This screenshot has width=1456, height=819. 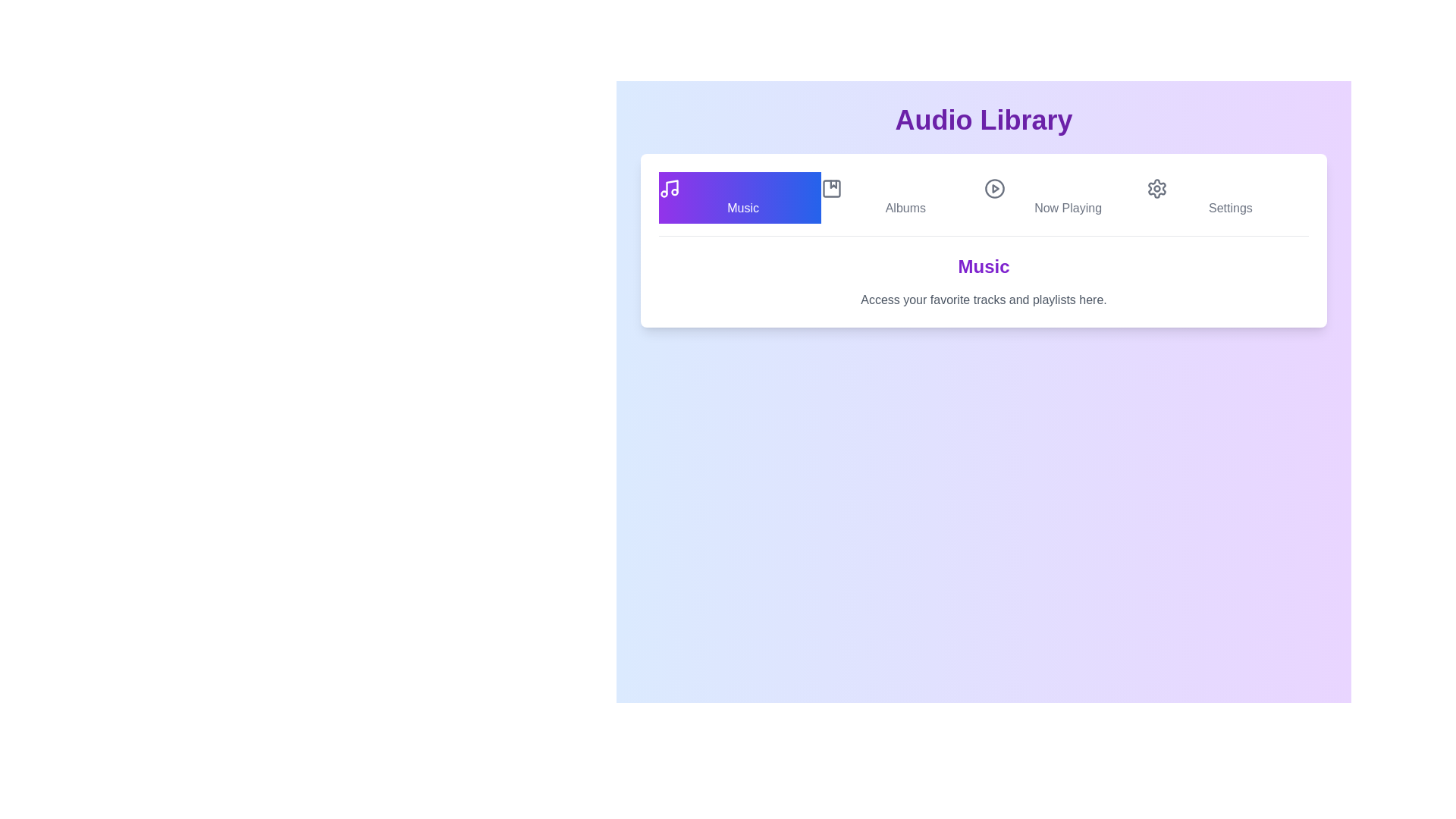 I want to click on the static text label that presents the message 'Access your favorite tracks and playlists here.' which is located below the 'Music' header in a visually styled card, so click(x=984, y=300).